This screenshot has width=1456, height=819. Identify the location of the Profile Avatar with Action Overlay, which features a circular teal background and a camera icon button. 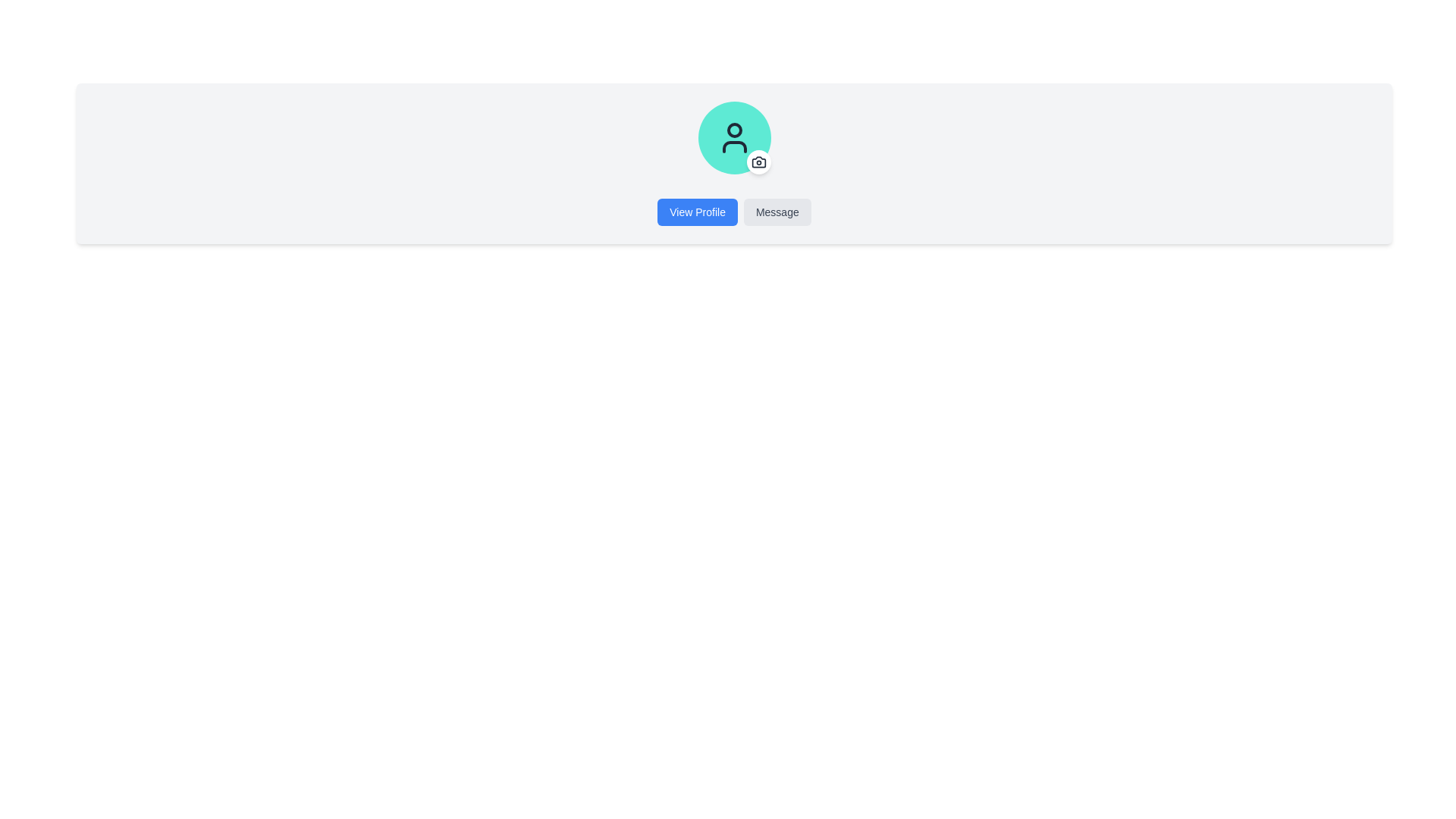
(734, 137).